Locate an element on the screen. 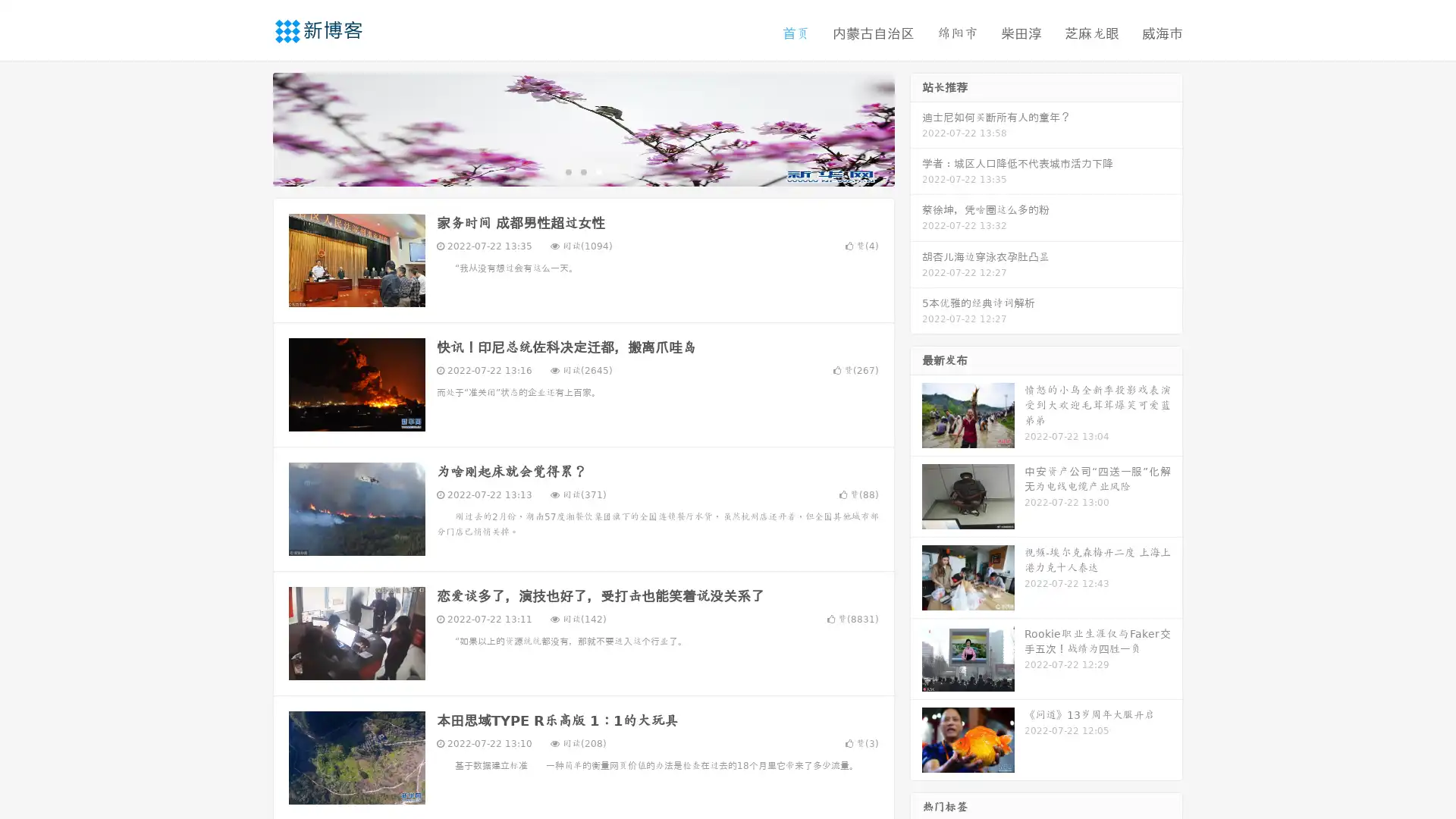 Image resolution: width=1456 pixels, height=819 pixels. Previous slide is located at coordinates (250, 127).